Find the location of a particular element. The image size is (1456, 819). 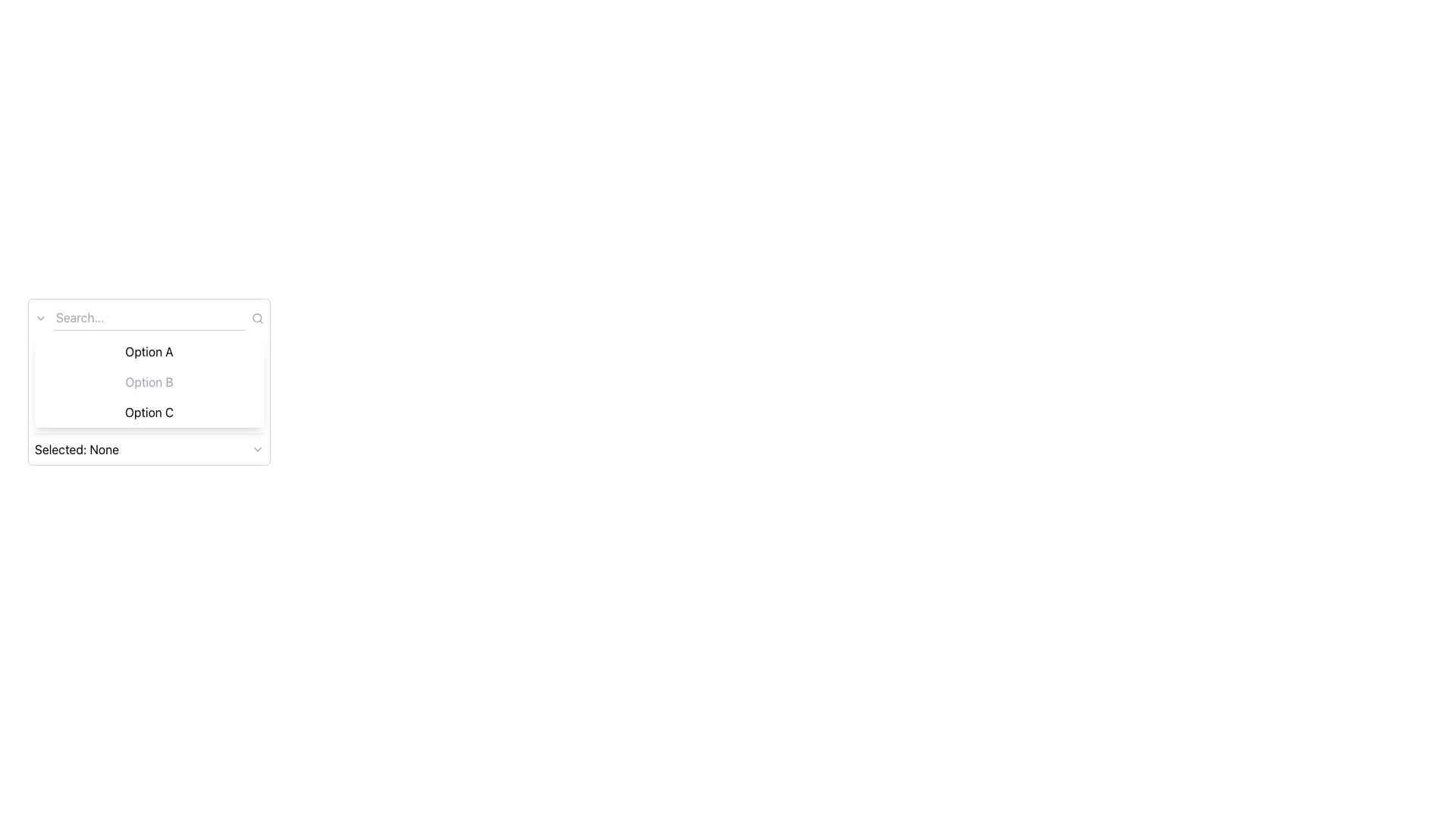

the disabled list item labeled 'Option B' which has a light gray background and inactive text appearance, positioned between 'Option A' and 'Option C' is located at coordinates (149, 381).